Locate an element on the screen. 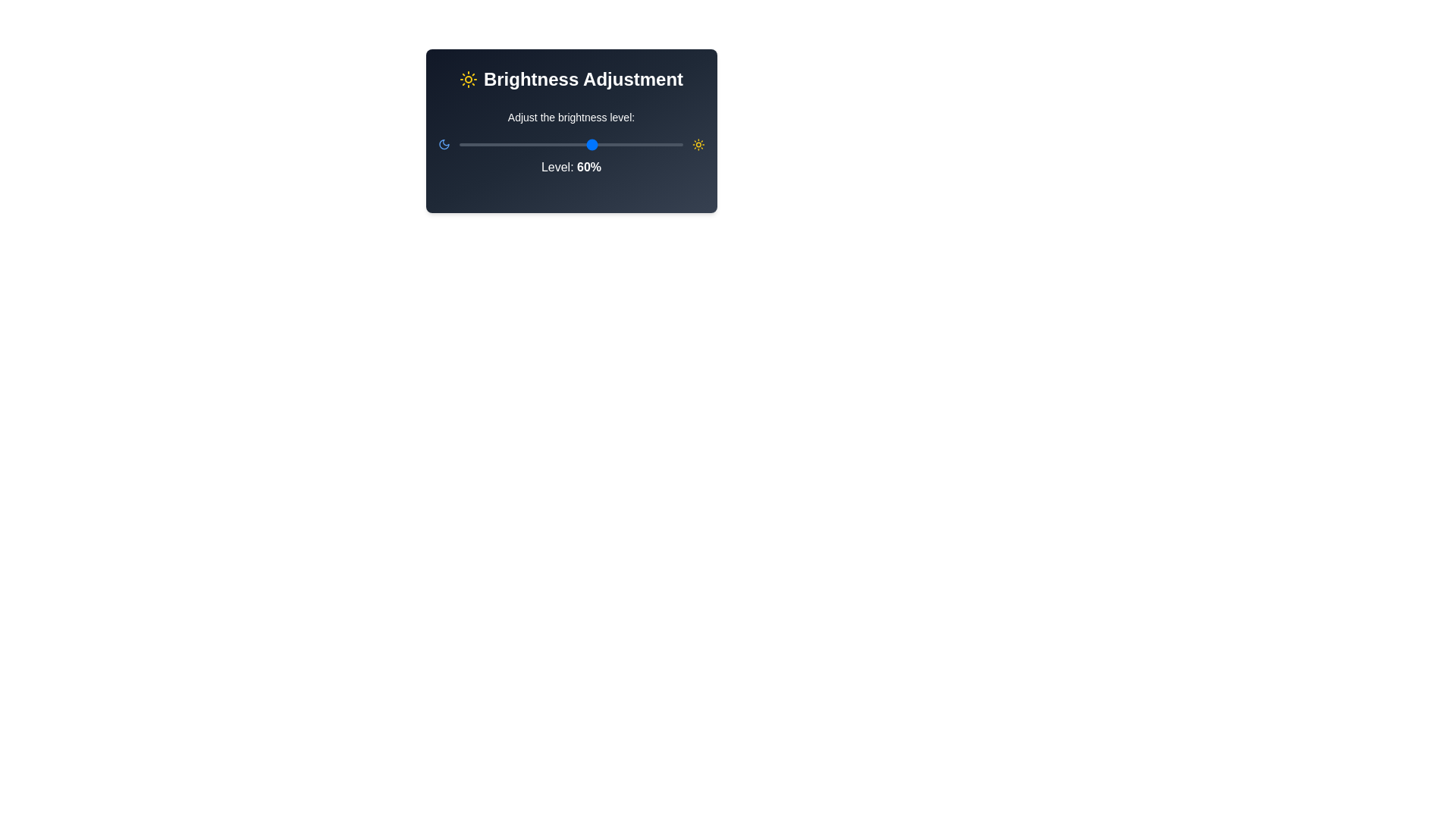 The width and height of the screenshot is (1456, 819). the brightness level is located at coordinates (486, 145).